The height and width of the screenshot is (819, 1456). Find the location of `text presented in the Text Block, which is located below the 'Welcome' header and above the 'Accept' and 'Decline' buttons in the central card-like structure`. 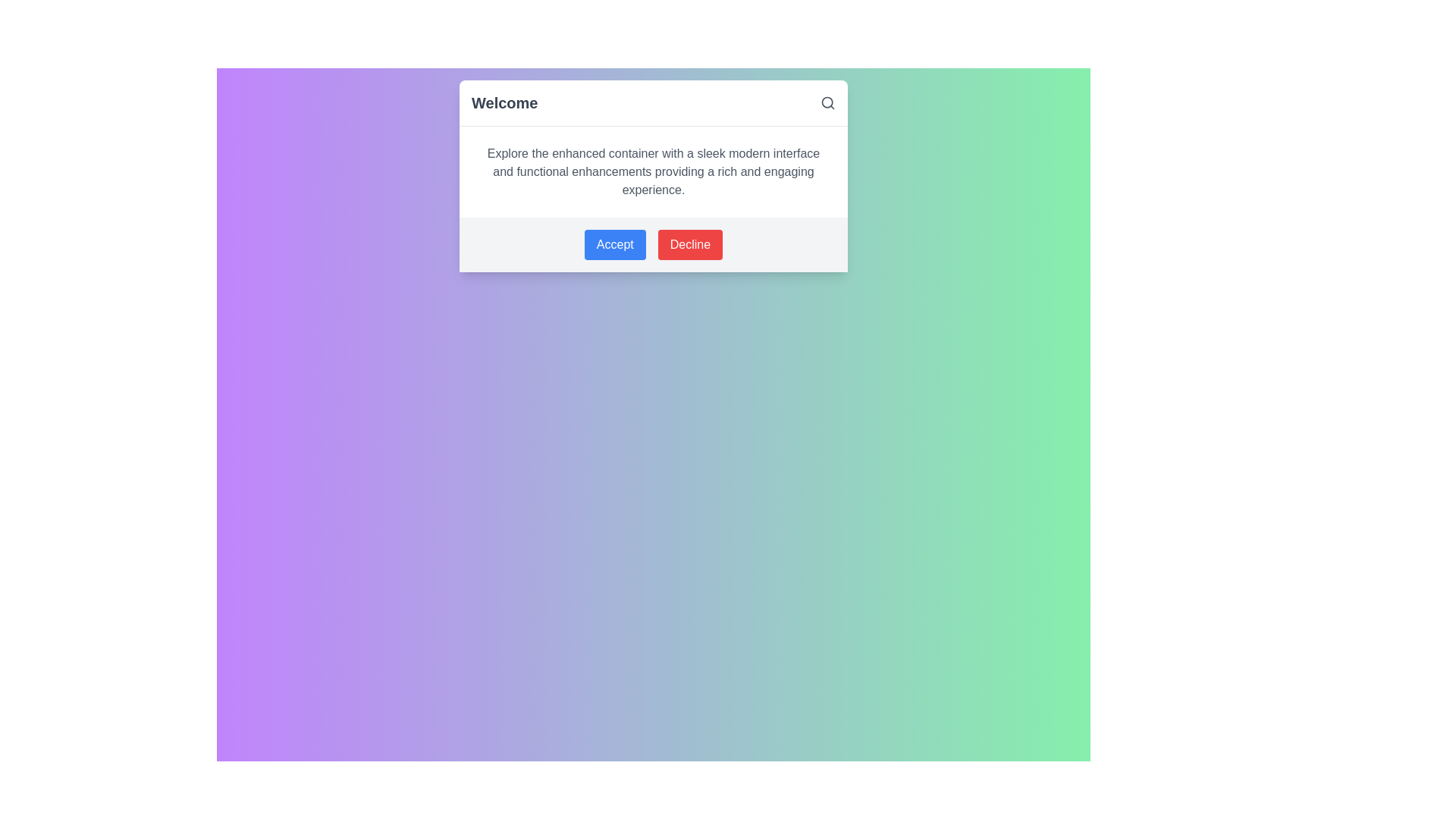

text presented in the Text Block, which is located below the 'Welcome' header and above the 'Accept' and 'Decline' buttons in the central card-like structure is located at coordinates (654, 171).